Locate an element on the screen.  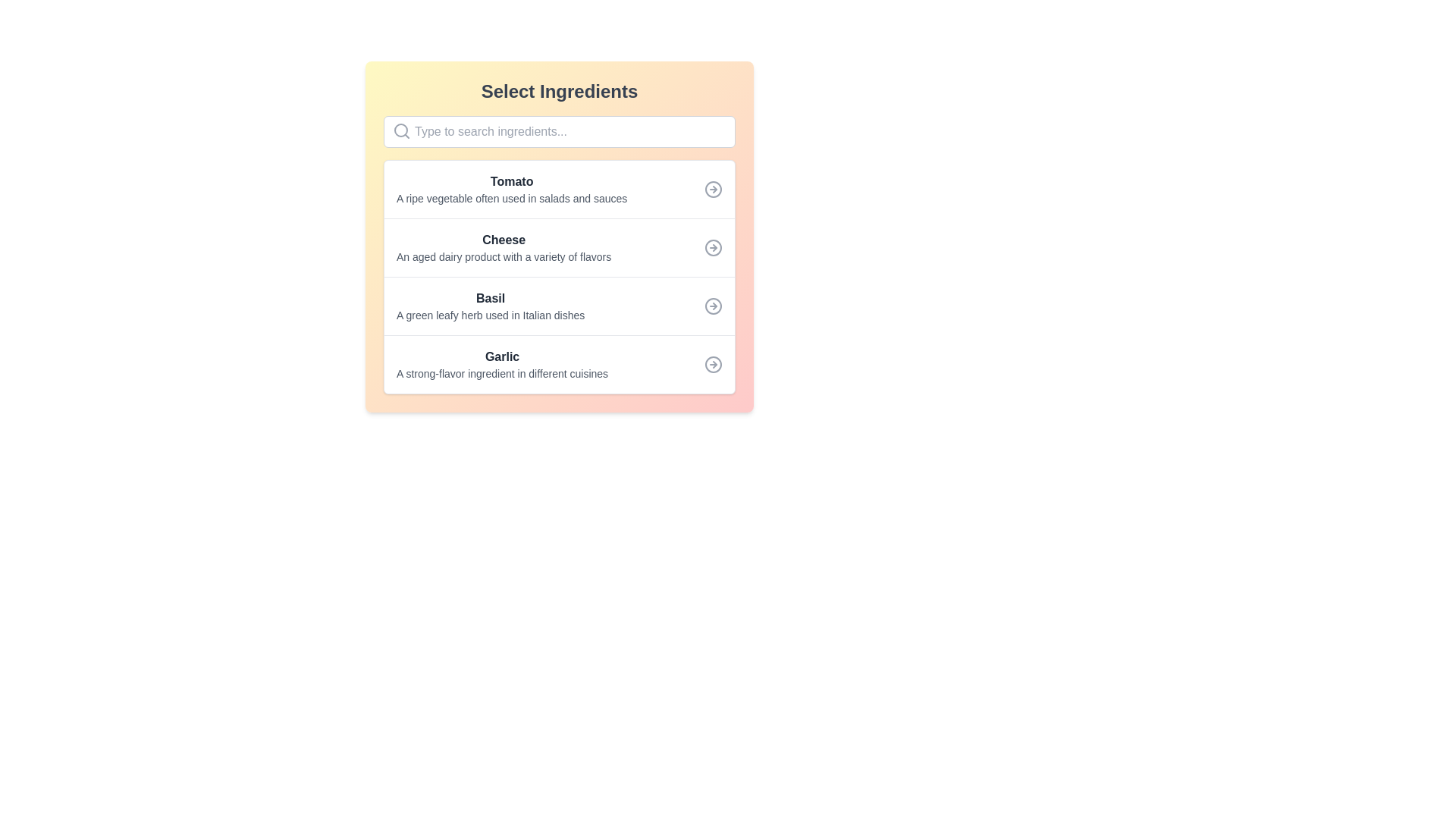
the outer circle of the rightward-pointing arrow icon associated with the 'Cheese' list item is located at coordinates (712, 247).